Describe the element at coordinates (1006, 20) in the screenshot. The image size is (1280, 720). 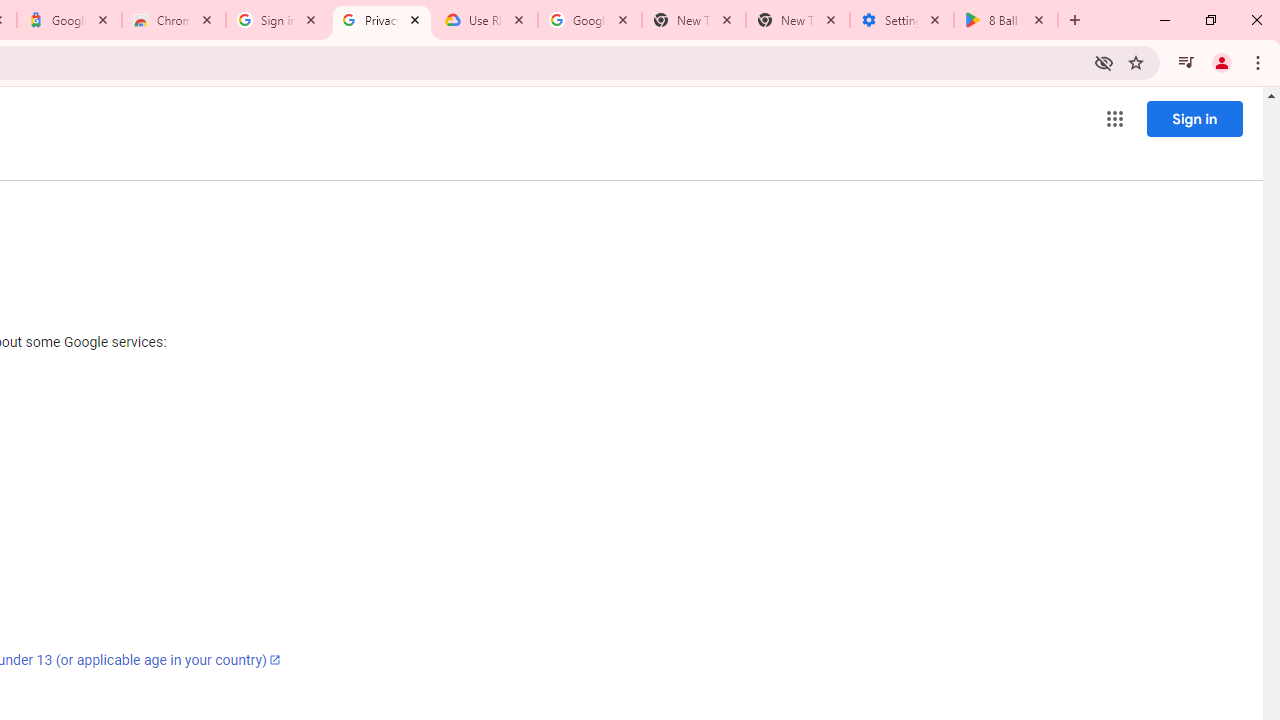
I see `'8 Ball Pool - Apps on Google Play'` at that location.